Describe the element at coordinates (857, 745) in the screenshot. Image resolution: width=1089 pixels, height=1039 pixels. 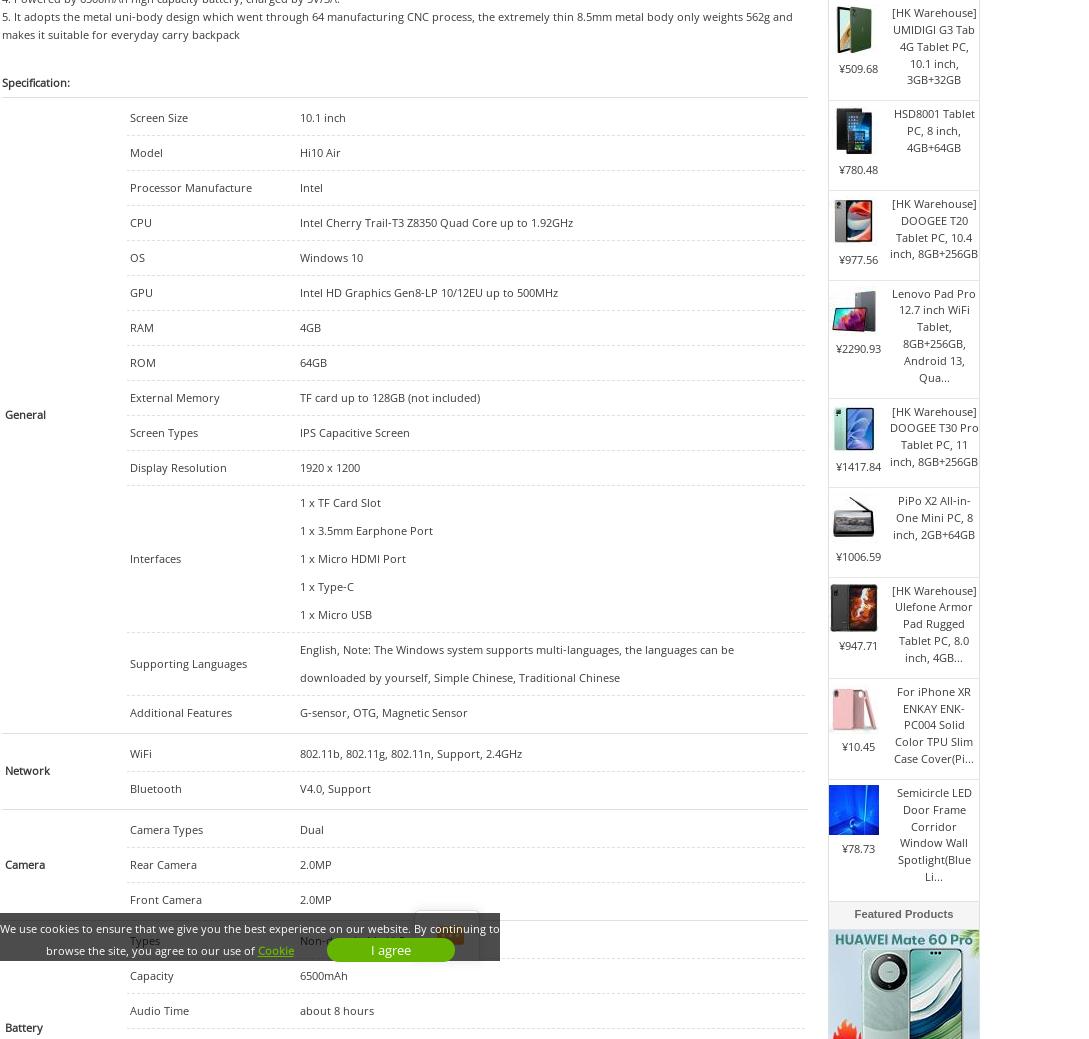
I see `'¥10.45'` at that location.